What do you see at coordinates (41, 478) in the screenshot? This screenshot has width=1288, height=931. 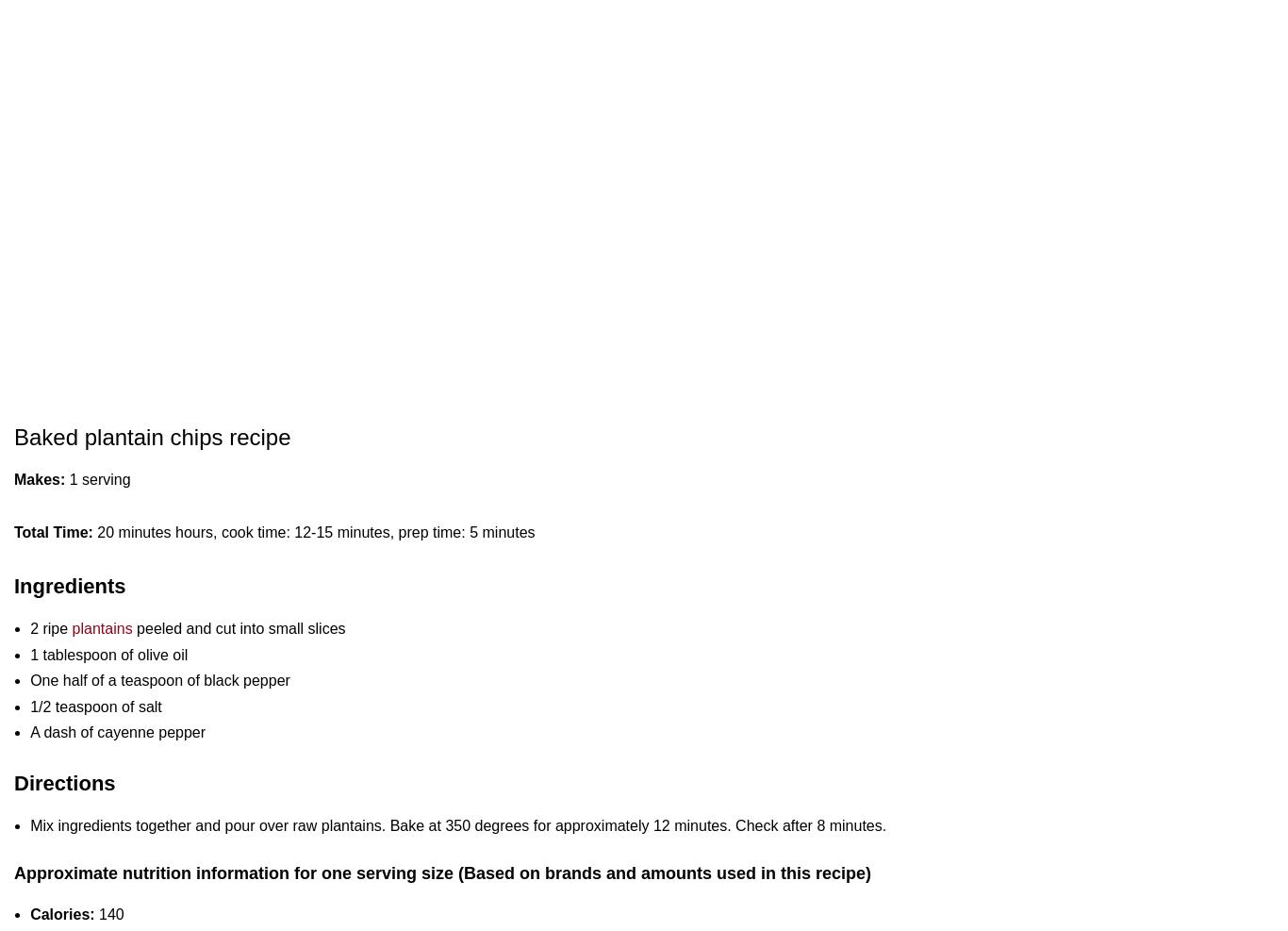 I see `'Makes:'` at bounding box center [41, 478].